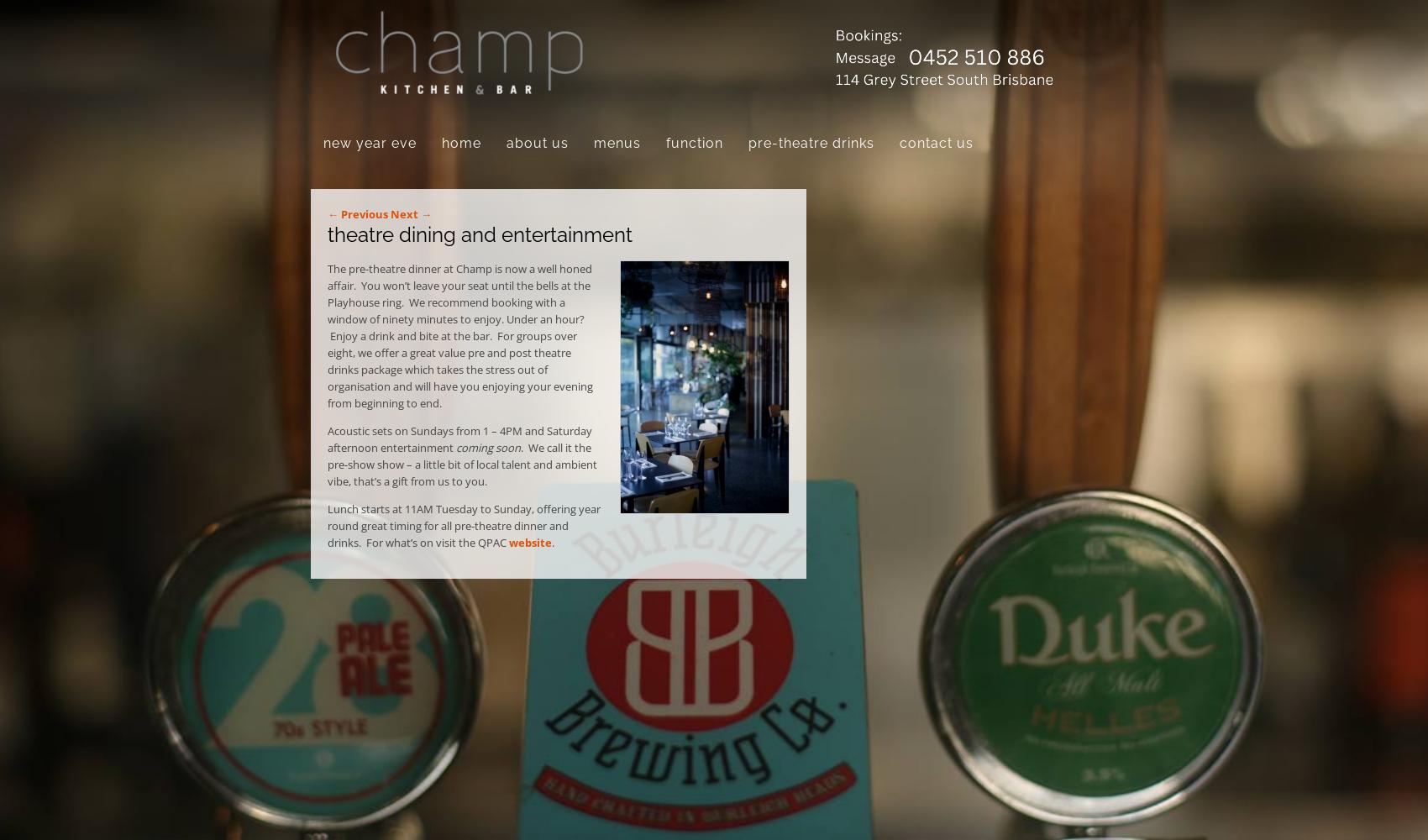 This screenshot has height=840, width=1428. What do you see at coordinates (529, 543) in the screenshot?
I see `'website'` at bounding box center [529, 543].